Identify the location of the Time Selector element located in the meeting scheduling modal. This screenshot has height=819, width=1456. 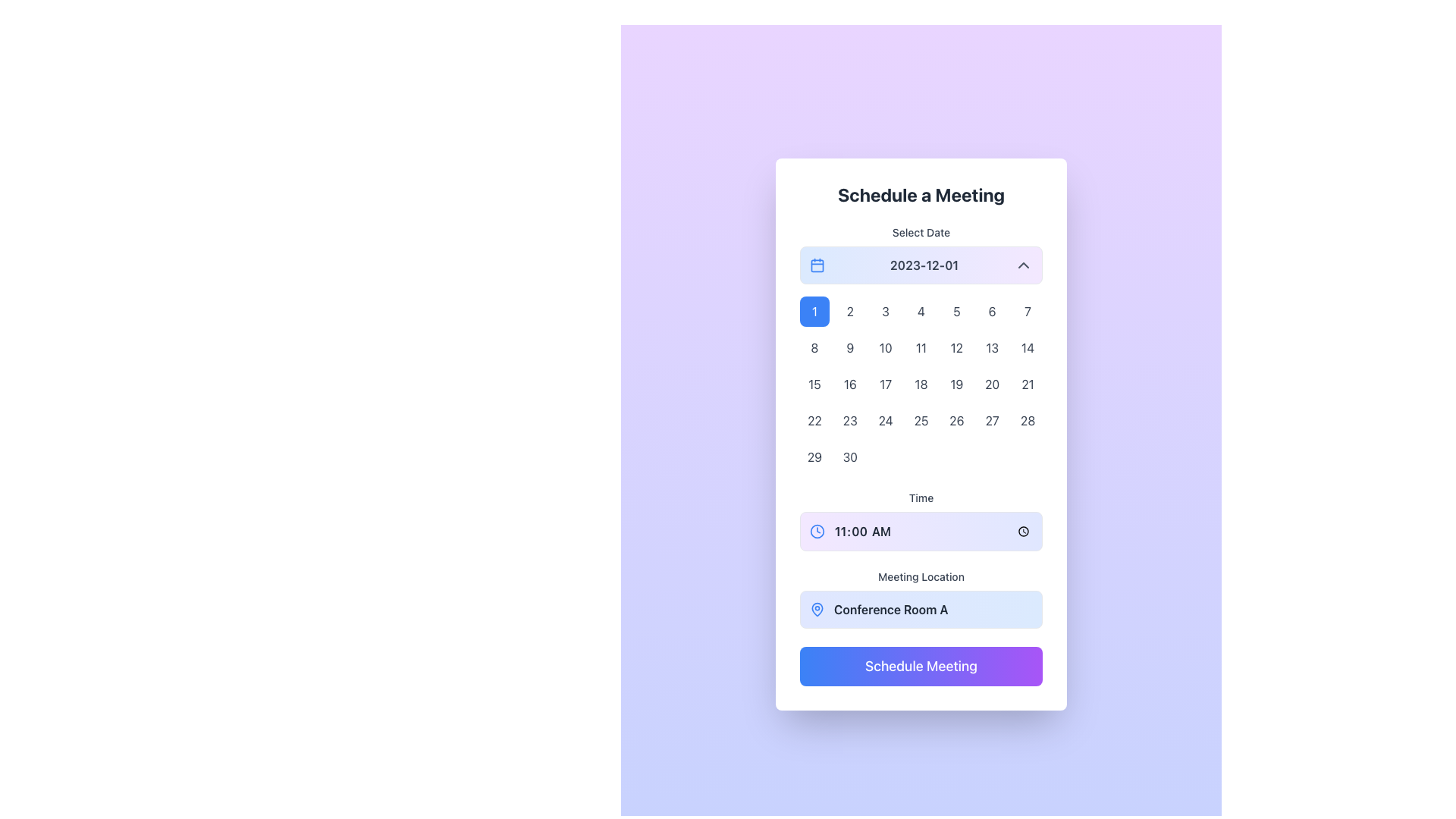
(920, 519).